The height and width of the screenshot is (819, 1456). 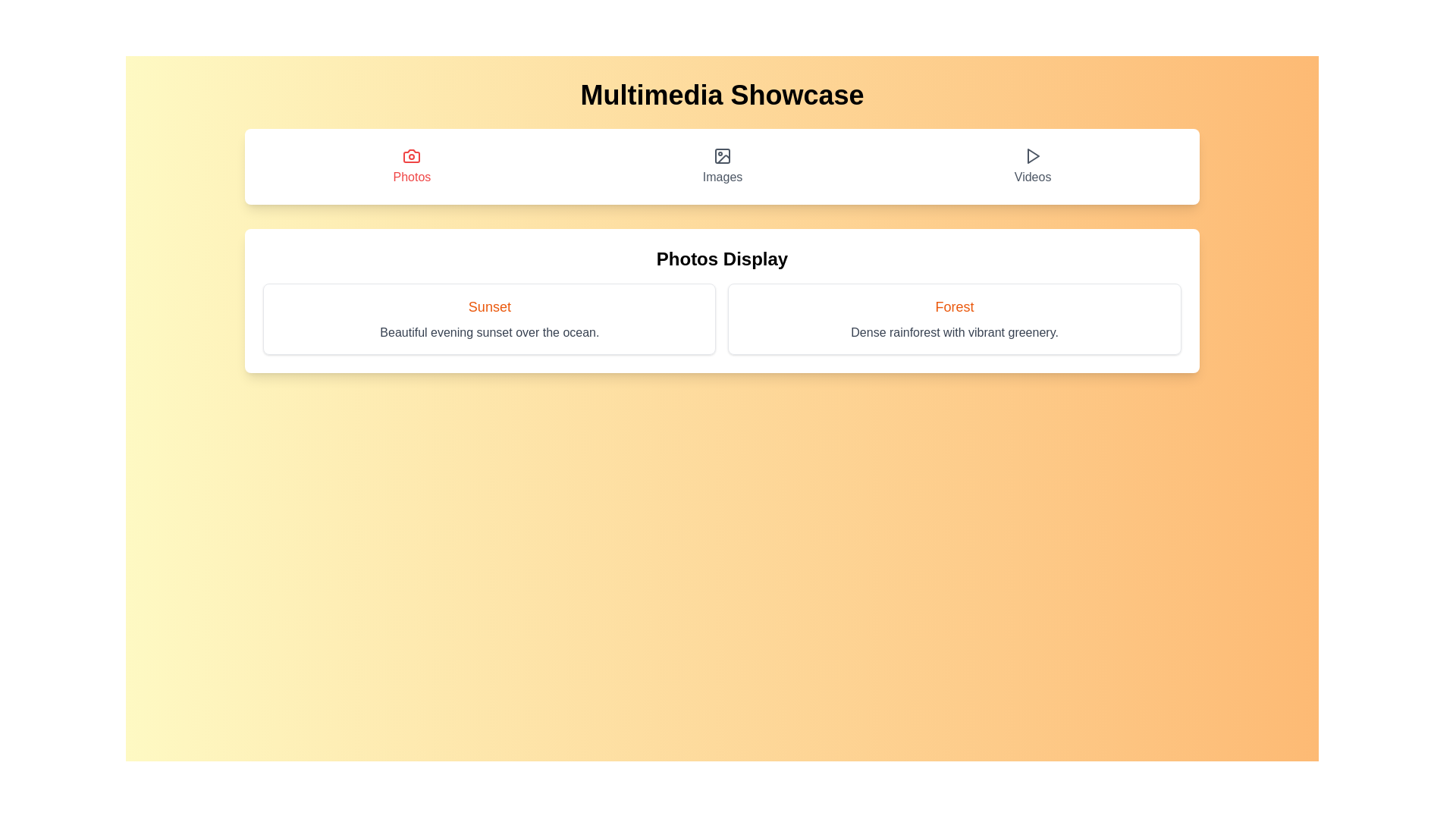 I want to click on descriptive static text located beneath the main heading of the 'Forest' card in the 'Photos Display' section, which provides context about the content or imagery presented, so click(x=954, y=332).